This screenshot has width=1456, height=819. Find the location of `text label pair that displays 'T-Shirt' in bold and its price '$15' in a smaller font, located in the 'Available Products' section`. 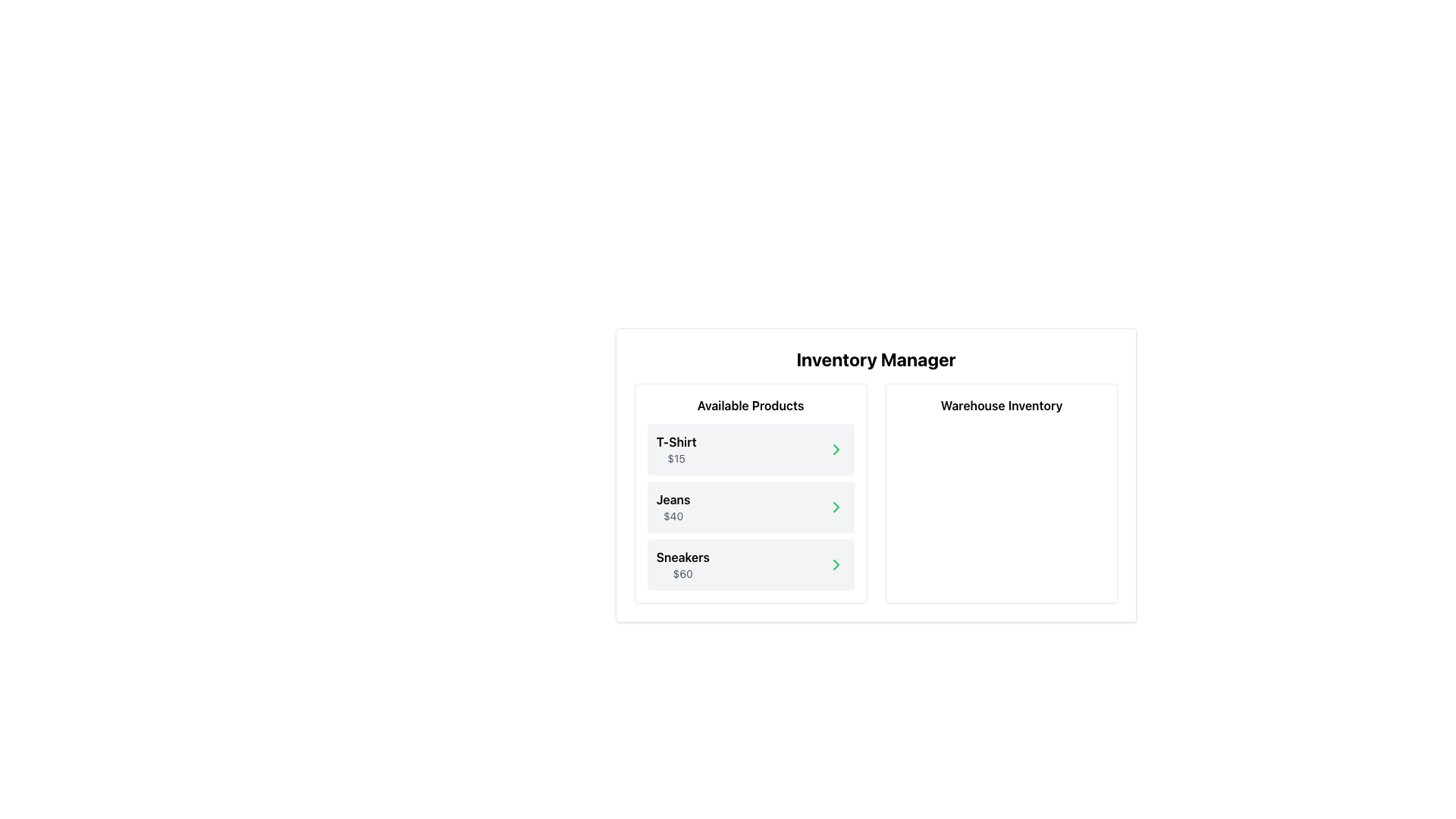

text label pair that displays 'T-Shirt' in bold and its price '$15' in a smaller font, located in the 'Available Products' section is located at coordinates (676, 449).